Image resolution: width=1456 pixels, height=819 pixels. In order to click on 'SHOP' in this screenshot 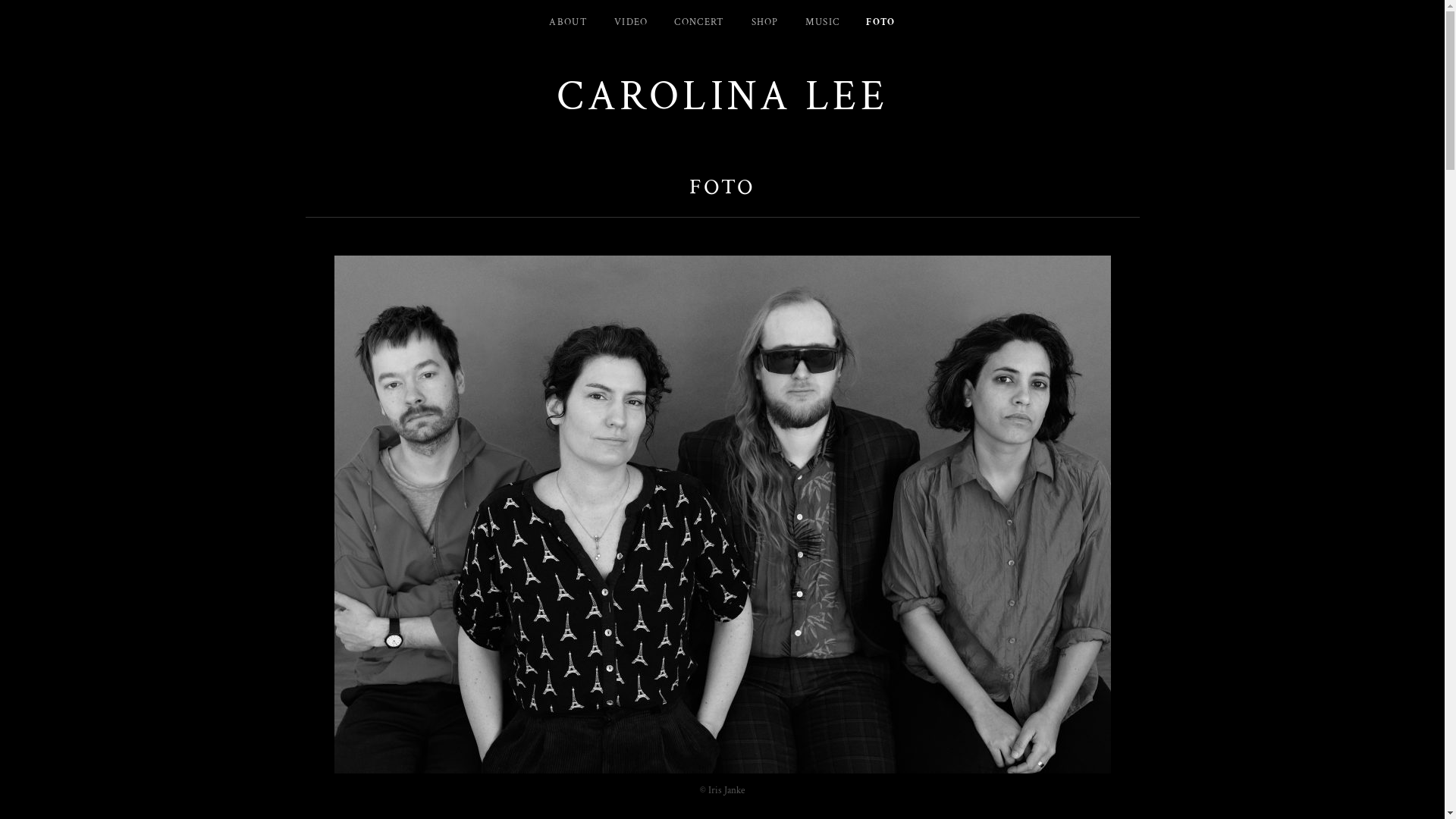, I will do `click(739, 23)`.